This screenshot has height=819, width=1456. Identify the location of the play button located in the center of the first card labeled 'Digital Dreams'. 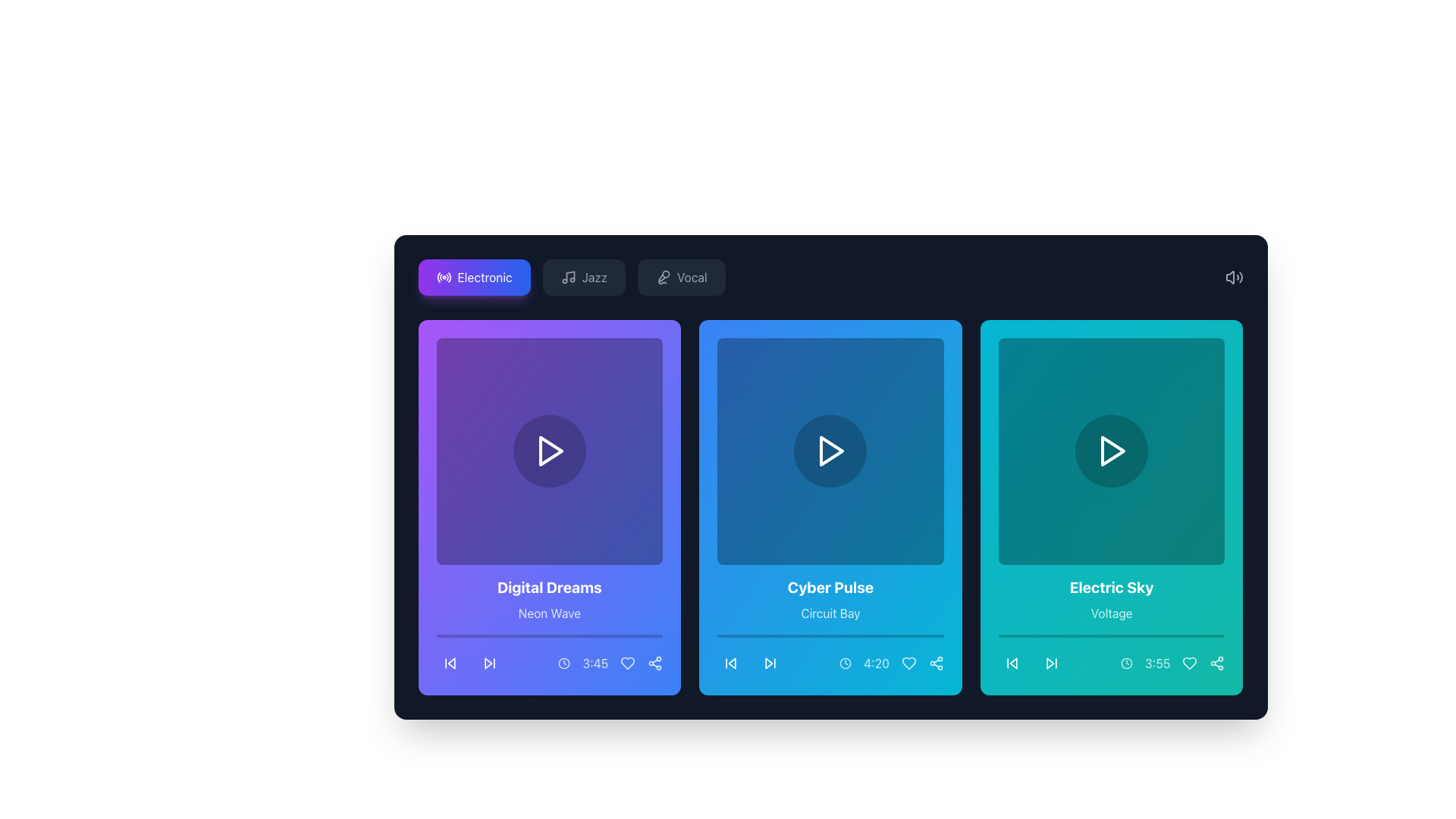
(548, 450).